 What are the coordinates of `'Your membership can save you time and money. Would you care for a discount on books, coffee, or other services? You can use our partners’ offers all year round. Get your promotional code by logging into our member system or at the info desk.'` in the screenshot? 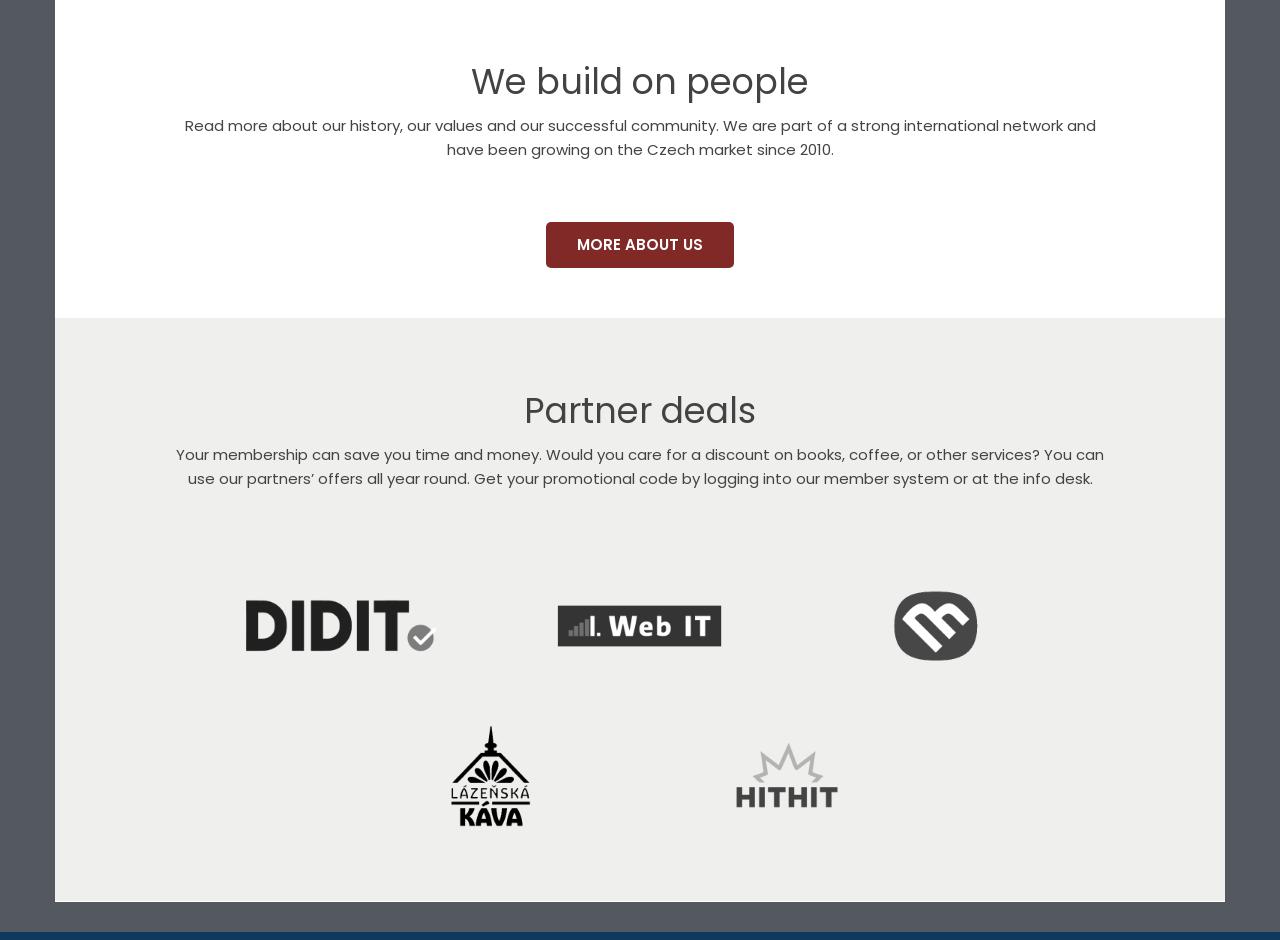 It's located at (640, 465).